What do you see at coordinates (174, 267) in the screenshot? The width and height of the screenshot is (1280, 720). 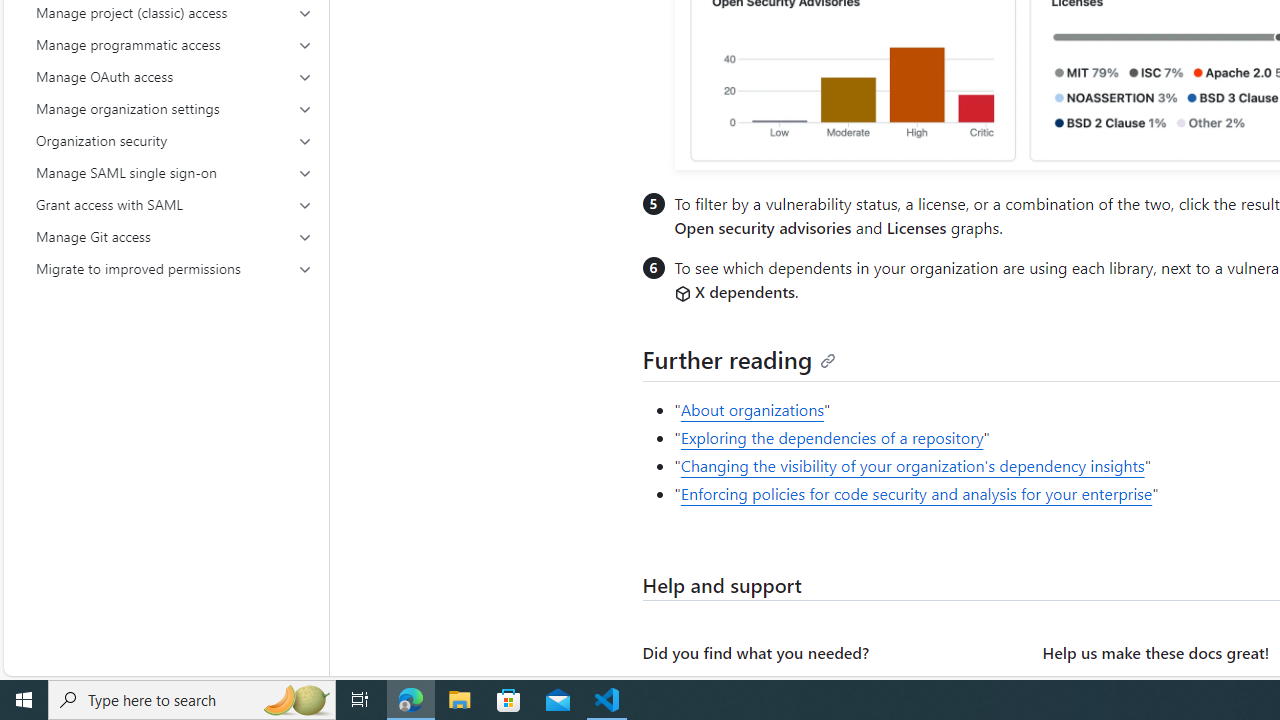 I see `'Migrate to improved permissions'` at bounding box center [174, 267].